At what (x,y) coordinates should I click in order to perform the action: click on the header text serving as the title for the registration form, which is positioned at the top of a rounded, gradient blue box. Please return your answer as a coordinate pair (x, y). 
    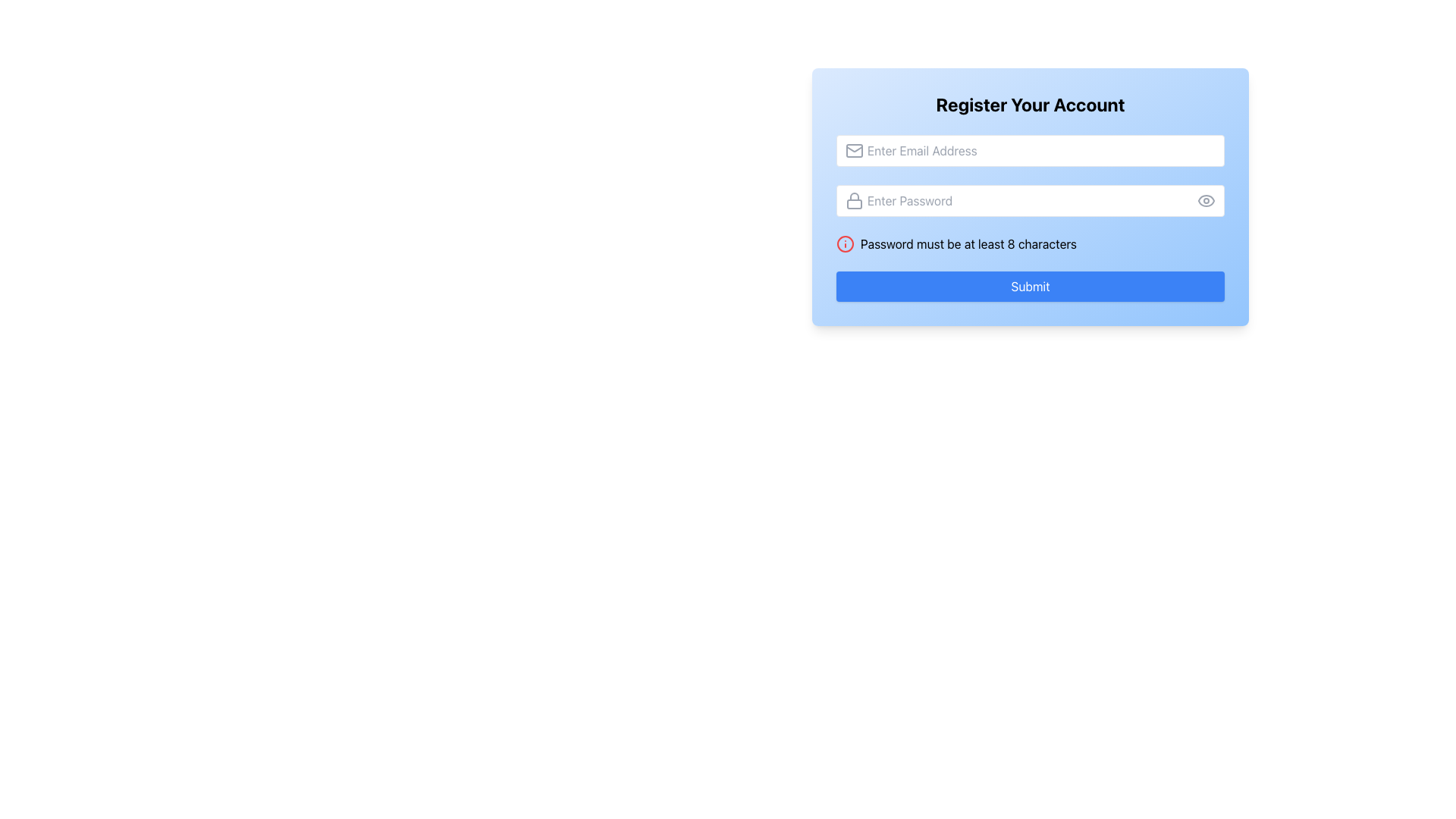
    Looking at the image, I should click on (1030, 104).